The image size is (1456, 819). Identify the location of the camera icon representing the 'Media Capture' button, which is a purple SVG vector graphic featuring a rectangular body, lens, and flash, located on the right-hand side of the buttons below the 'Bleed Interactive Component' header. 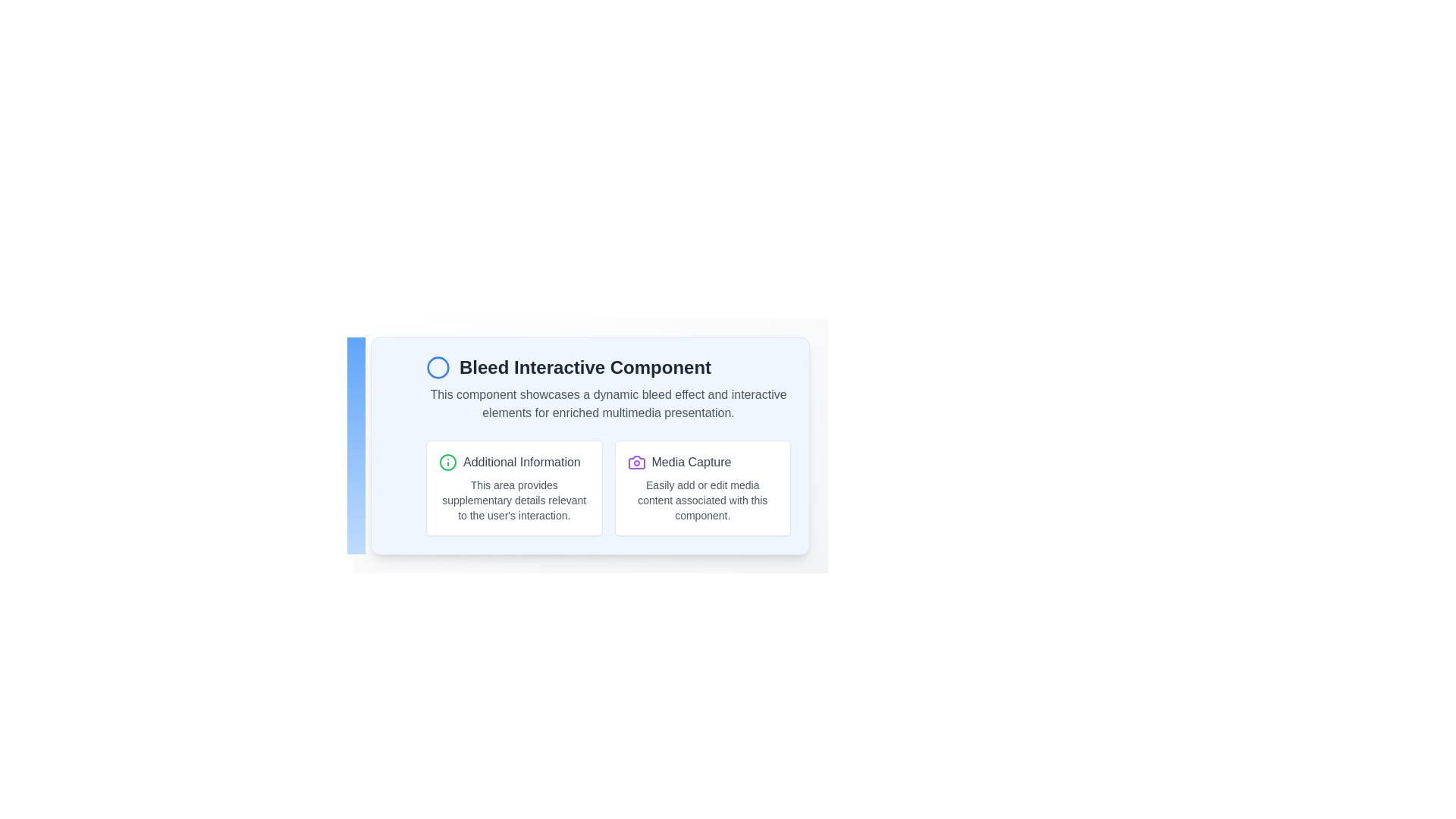
(636, 461).